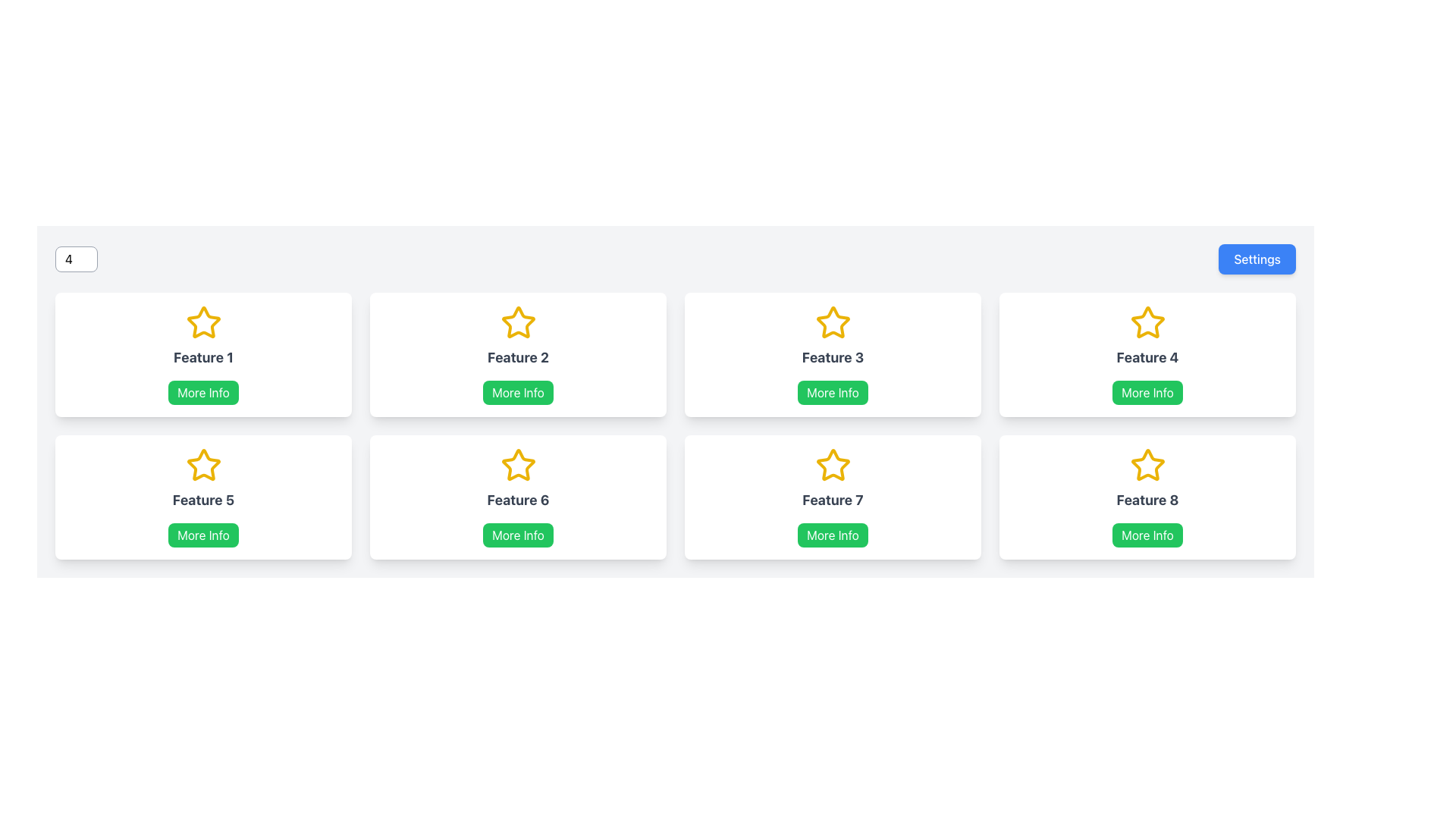 The width and height of the screenshot is (1456, 819). What do you see at coordinates (202, 464) in the screenshot?
I see `the yellow outlined star icon with a hollow center located at the top center of the card labeled 'Feature 5'` at bounding box center [202, 464].